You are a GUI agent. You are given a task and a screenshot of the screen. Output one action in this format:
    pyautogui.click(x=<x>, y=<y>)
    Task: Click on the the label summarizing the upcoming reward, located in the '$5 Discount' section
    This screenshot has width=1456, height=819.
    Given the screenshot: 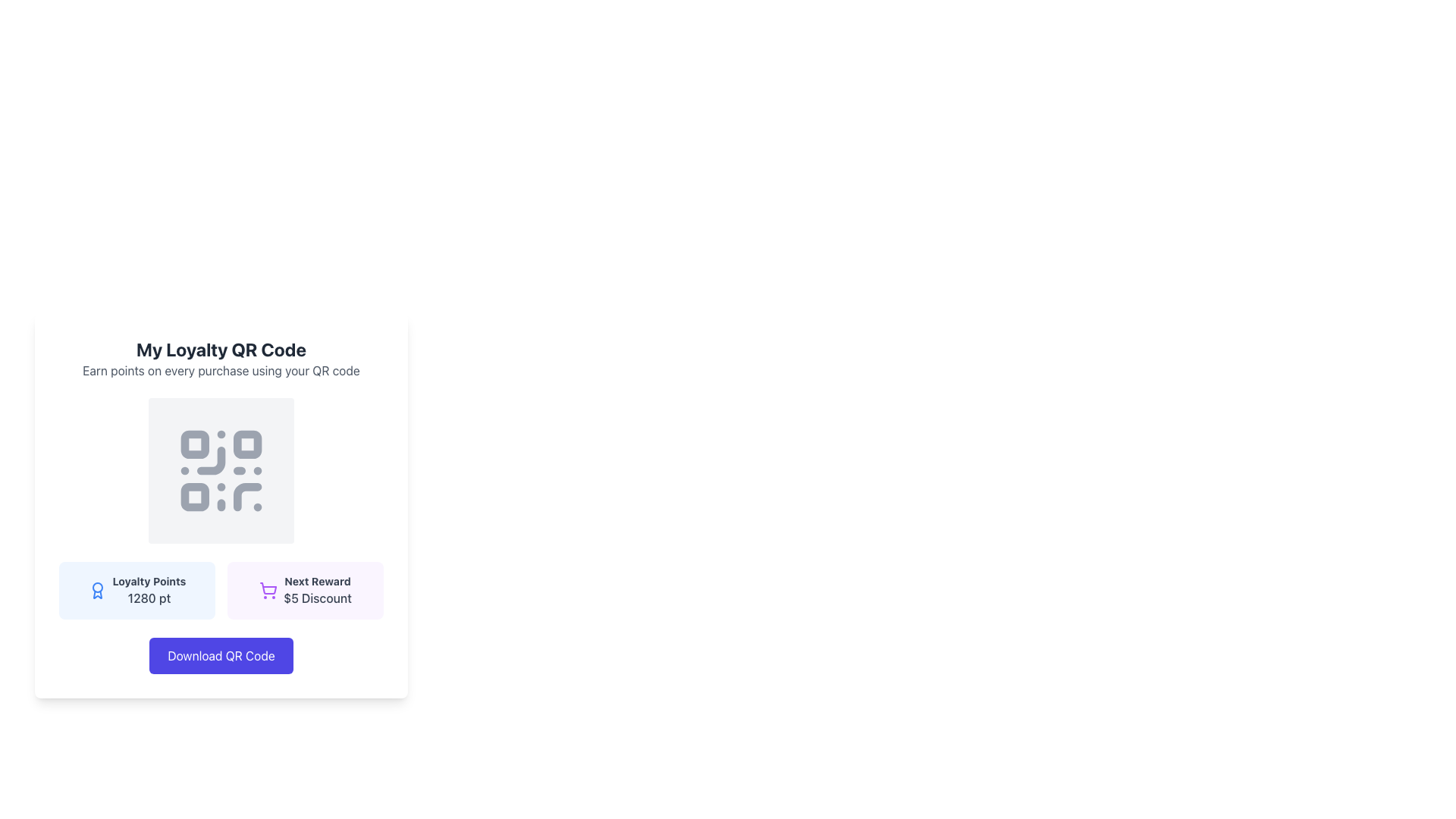 What is the action you would take?
    pyautogui.click(x=316, y=581)
    